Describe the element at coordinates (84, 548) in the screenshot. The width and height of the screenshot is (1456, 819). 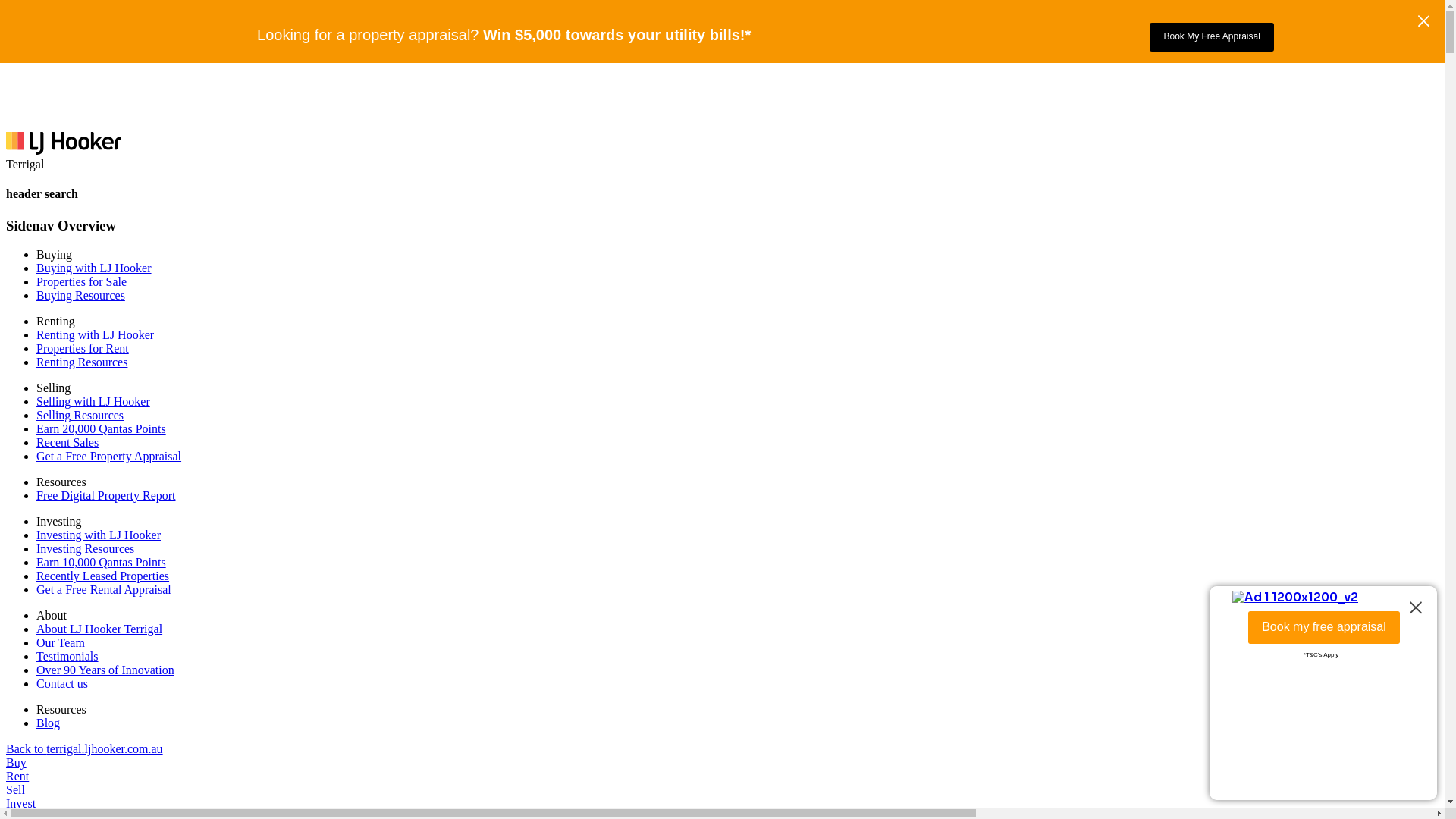
I see `'Investing Resources'` at that location.